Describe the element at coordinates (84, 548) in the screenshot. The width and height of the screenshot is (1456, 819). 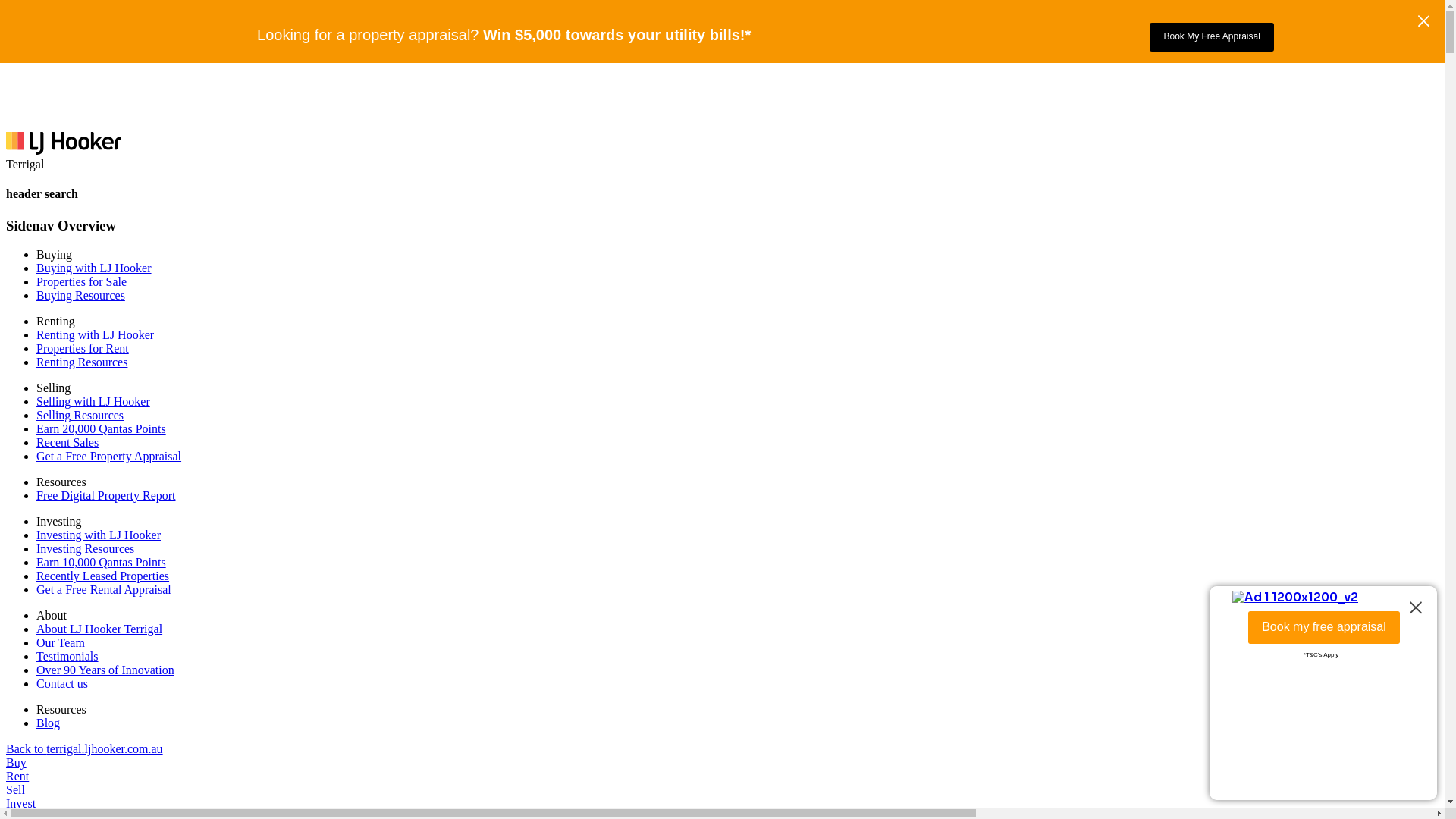
I see `'Investing Resources'` at that location.